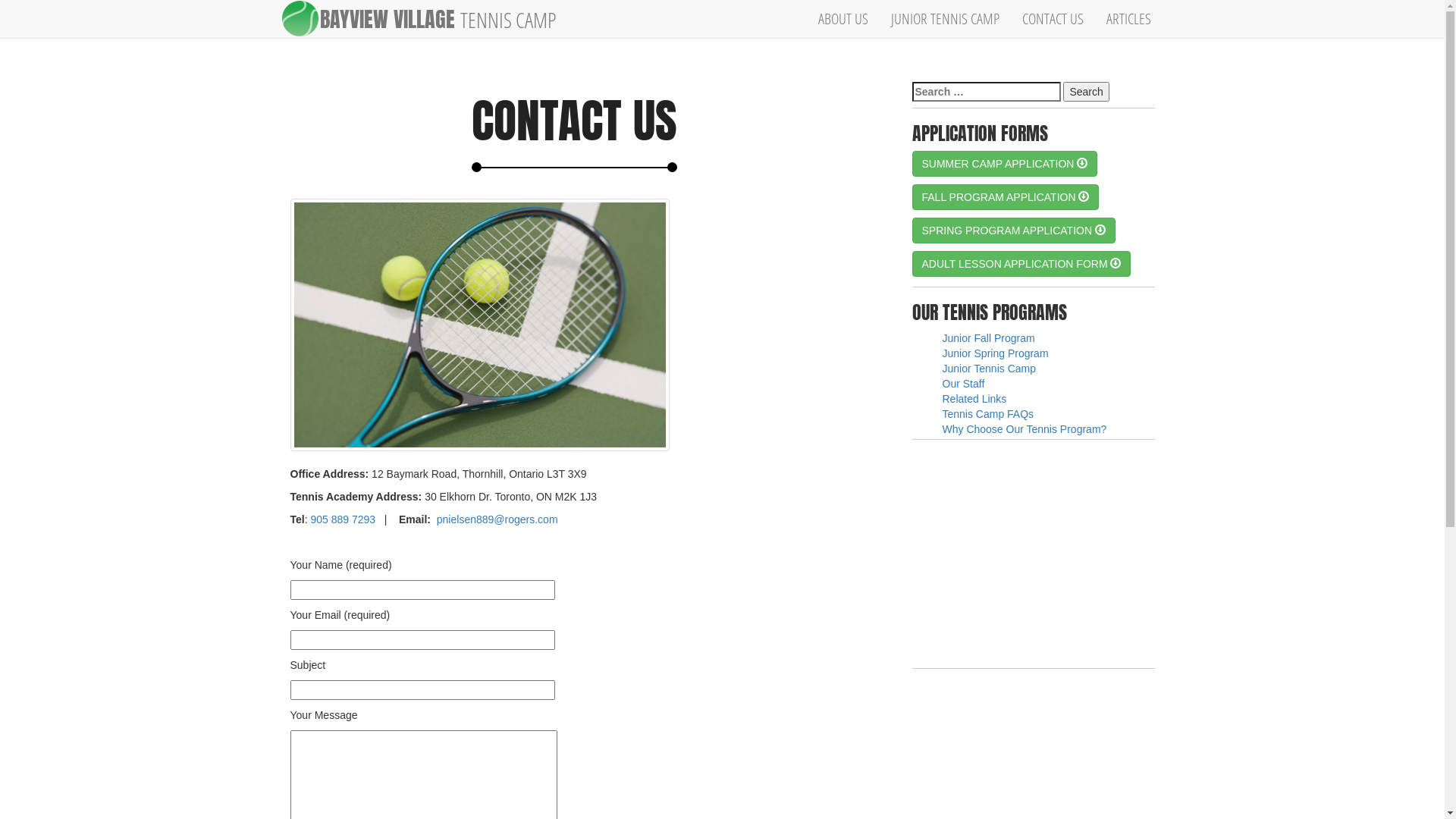 The height and width of the screenshot is (819, 1456). What do you see at coordinates (994, 353) in the screenshot?
I see `'Junior Spring Program'` at bounding box center [994, 353].